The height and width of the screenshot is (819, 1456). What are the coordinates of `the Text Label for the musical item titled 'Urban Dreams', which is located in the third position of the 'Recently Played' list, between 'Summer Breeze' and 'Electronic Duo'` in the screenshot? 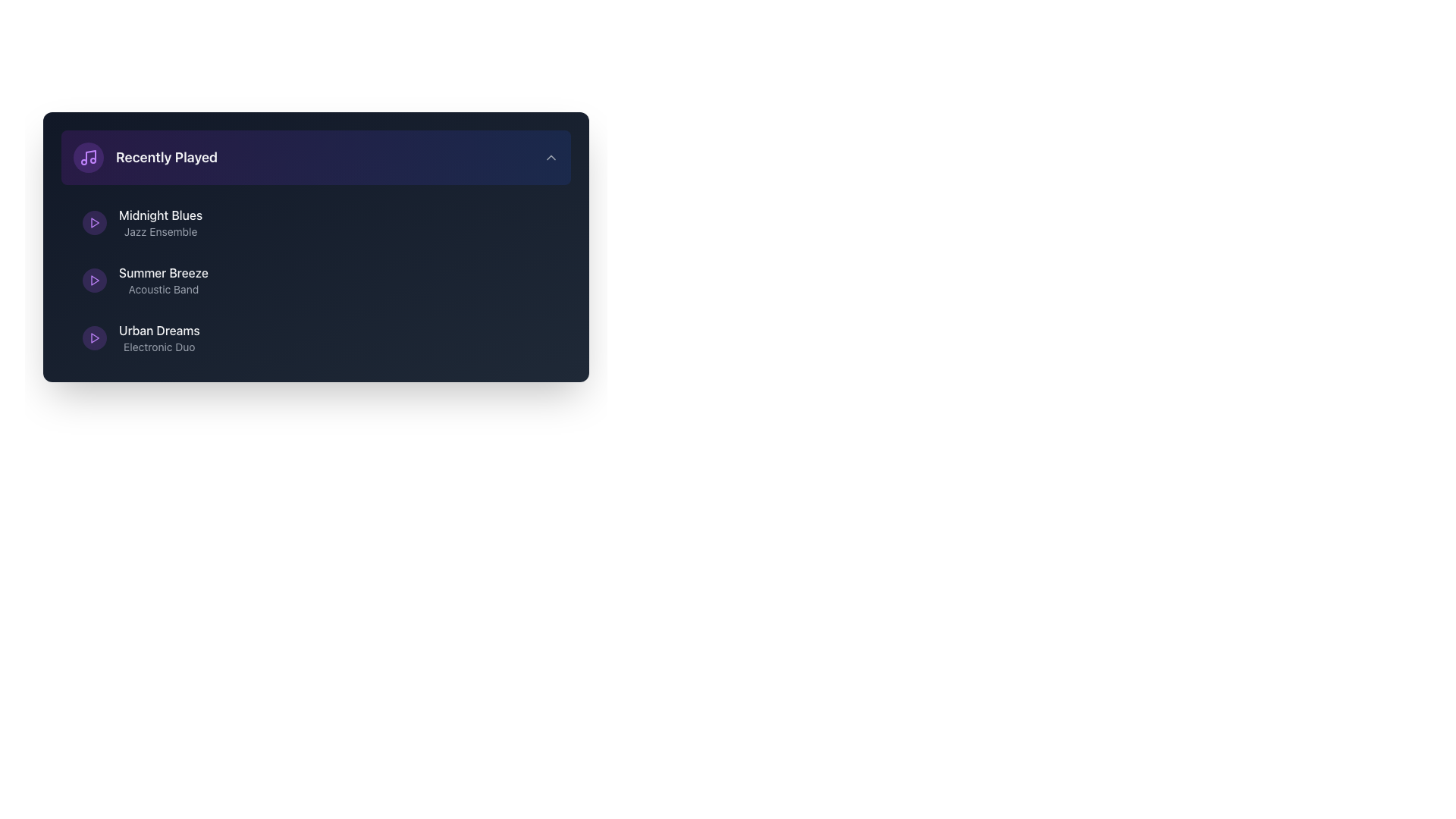 It's located at (159, 329).